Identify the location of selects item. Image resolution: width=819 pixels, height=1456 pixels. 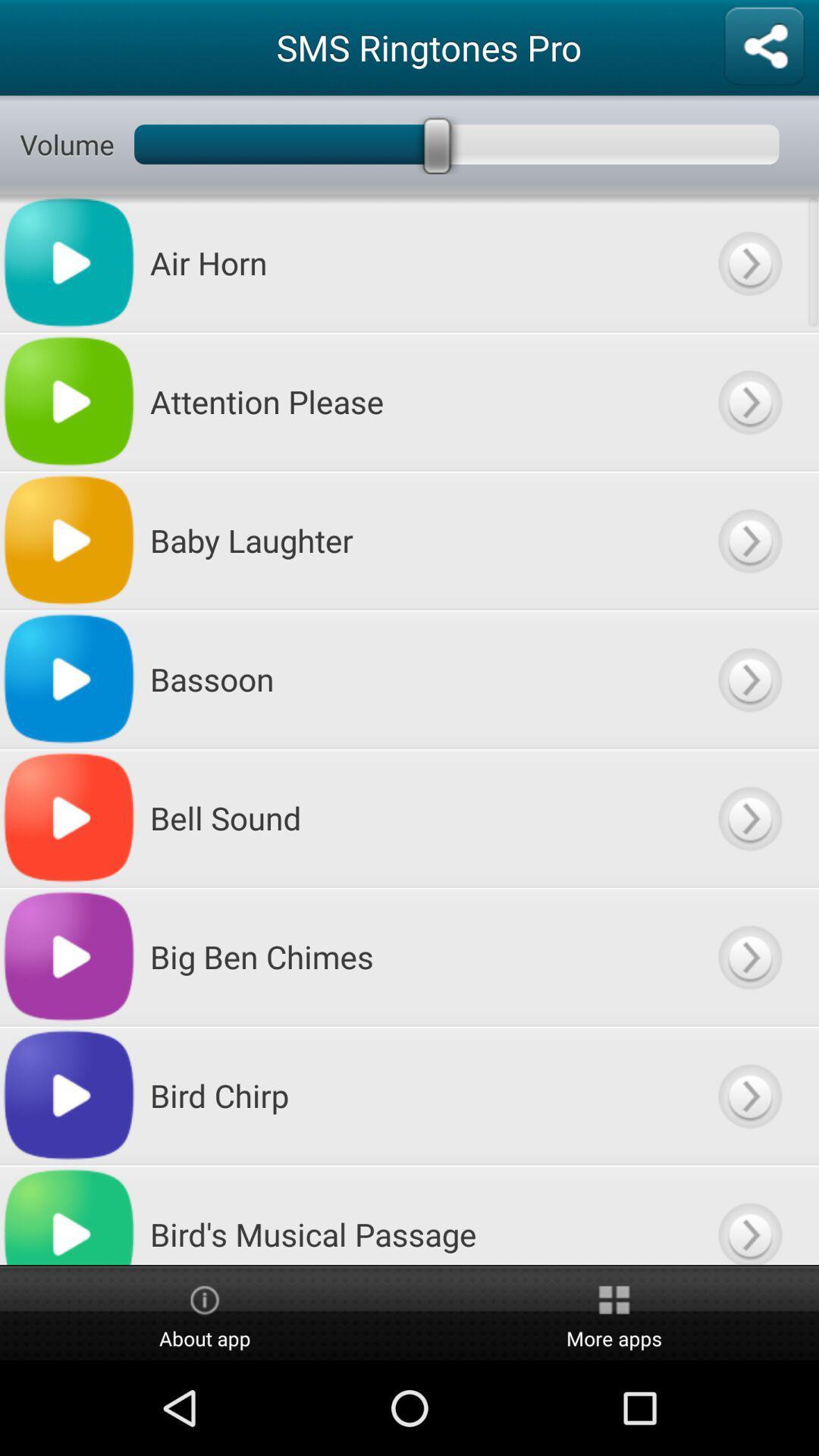
(748, 817).